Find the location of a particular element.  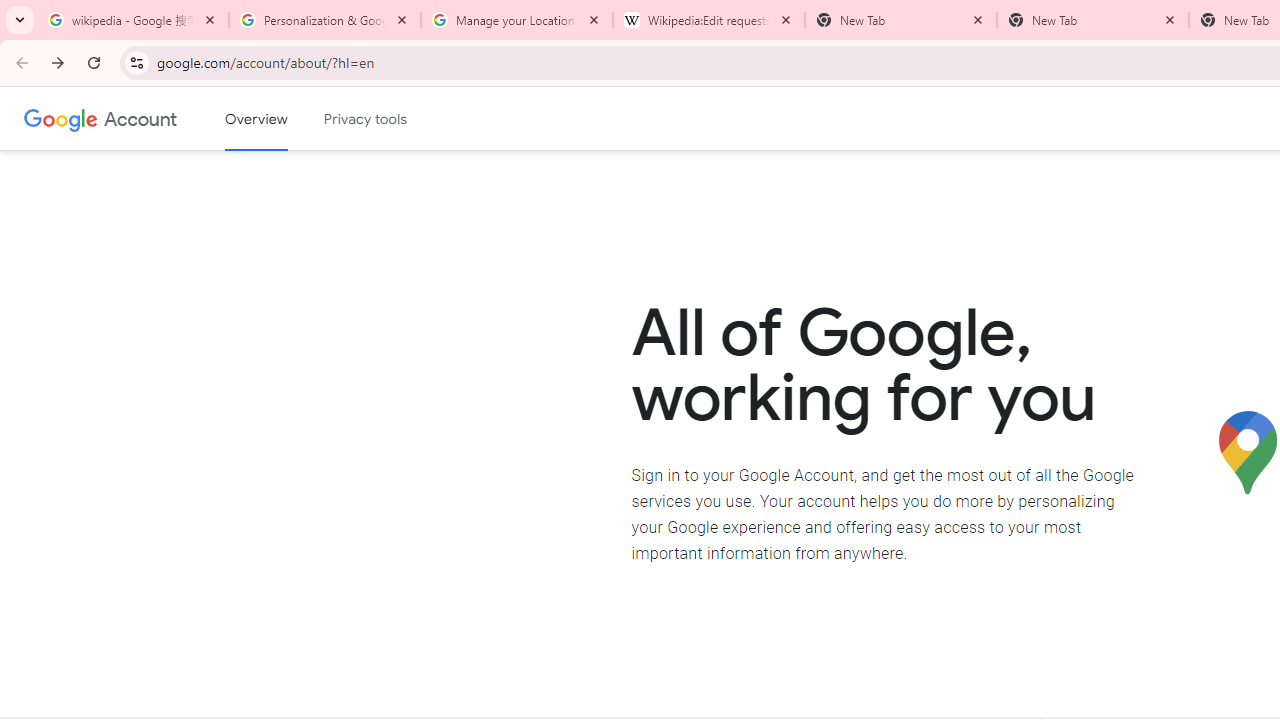

'Google Account overview' is located at coordinates (255, 119).